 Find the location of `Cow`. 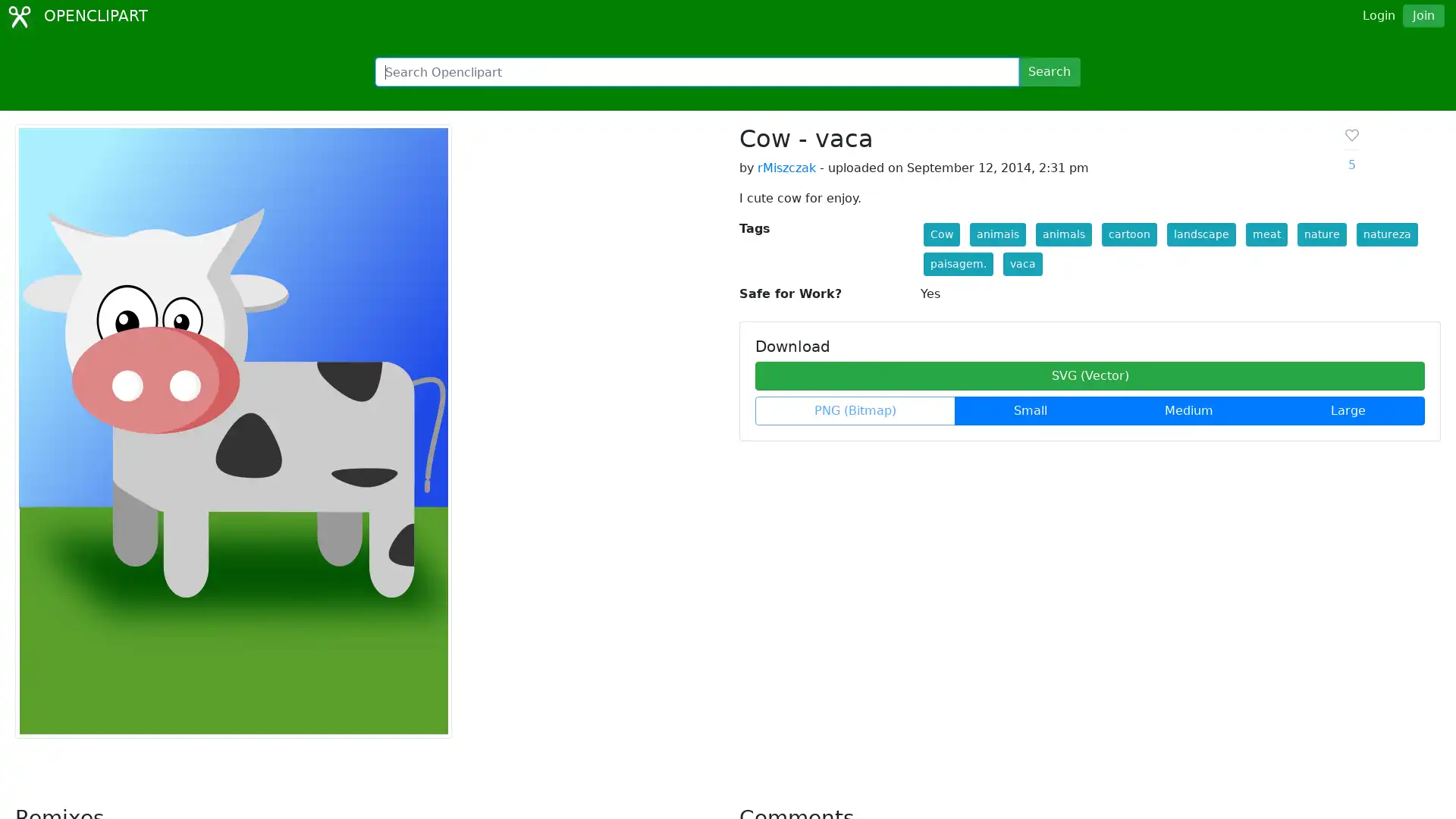

Cow is located at coordinates (940, 234).